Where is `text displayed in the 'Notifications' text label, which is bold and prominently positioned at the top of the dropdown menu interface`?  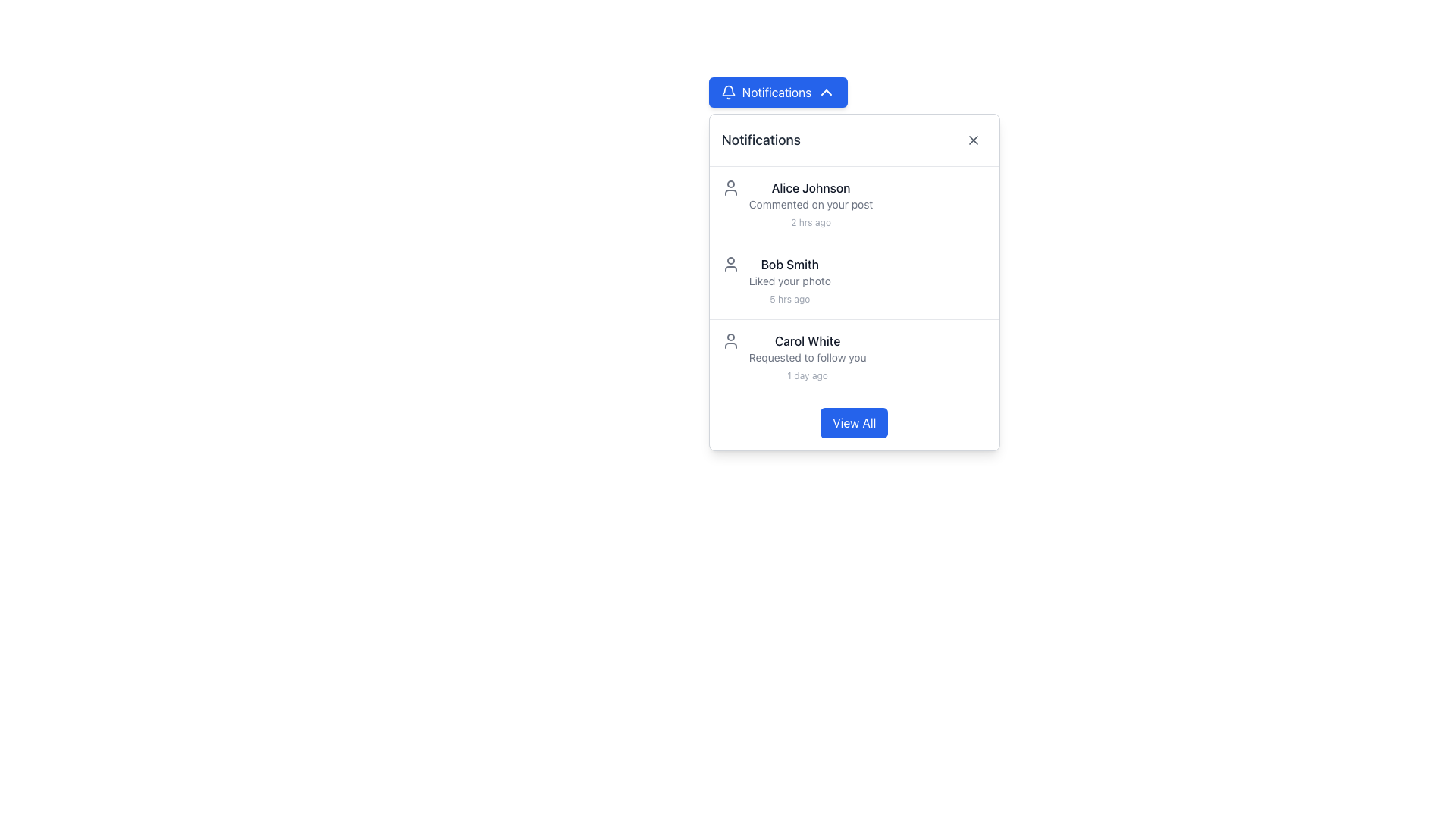 text displayed in the 'Notifications' text label, which is bold and prominently positioned at the top of the dropdown menu interface is located at coordinates (761, 140).